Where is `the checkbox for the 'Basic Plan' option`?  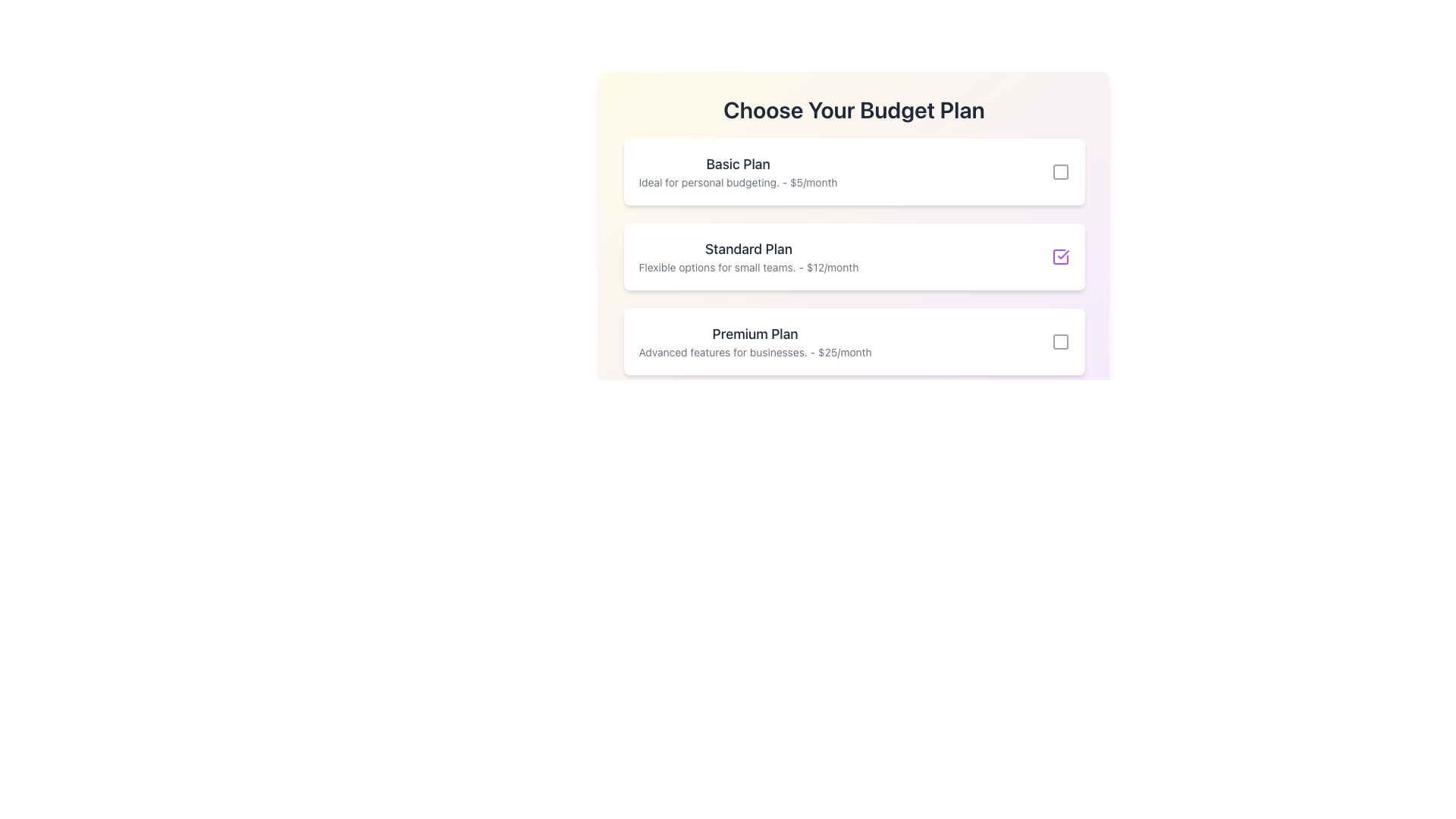 the checkbox for the 'Basic Plan' option is located at coordinates (1059, 171).